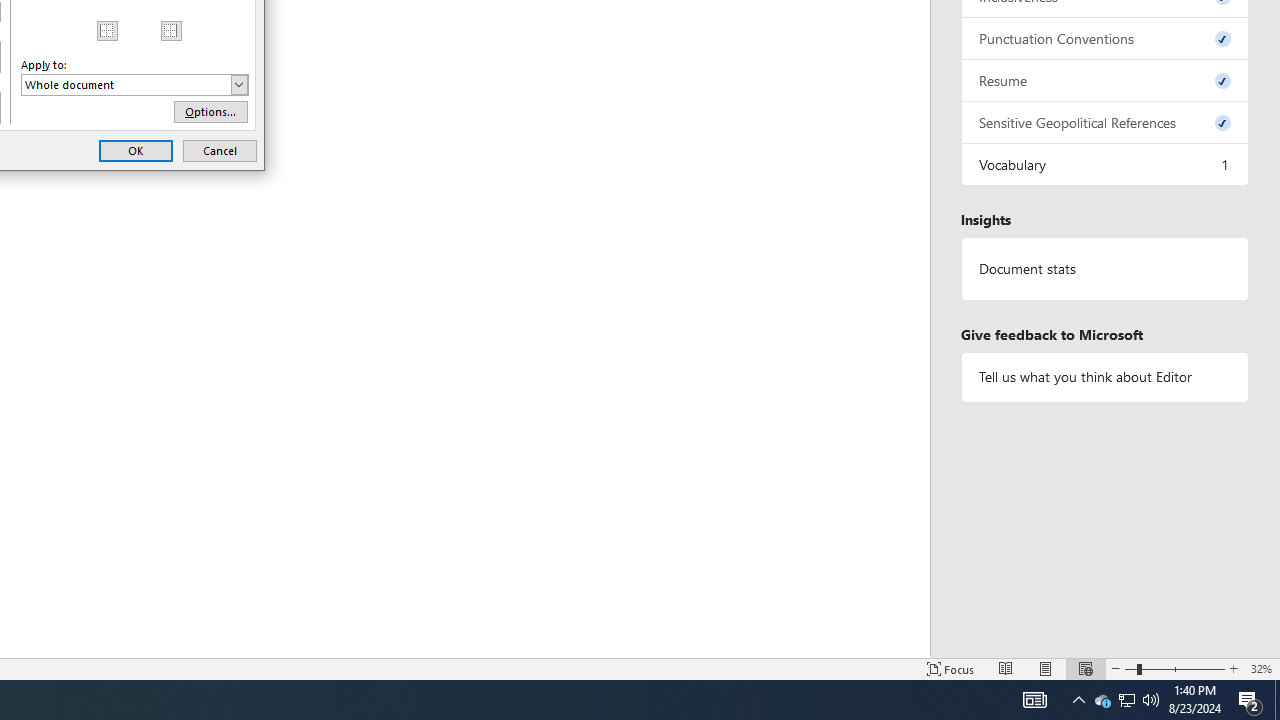 The width and height of the screenshot is (1280, 720). Describe the element at coordinates (1276, 698) in the screenshot. I see `'Show desktop'` at that location.